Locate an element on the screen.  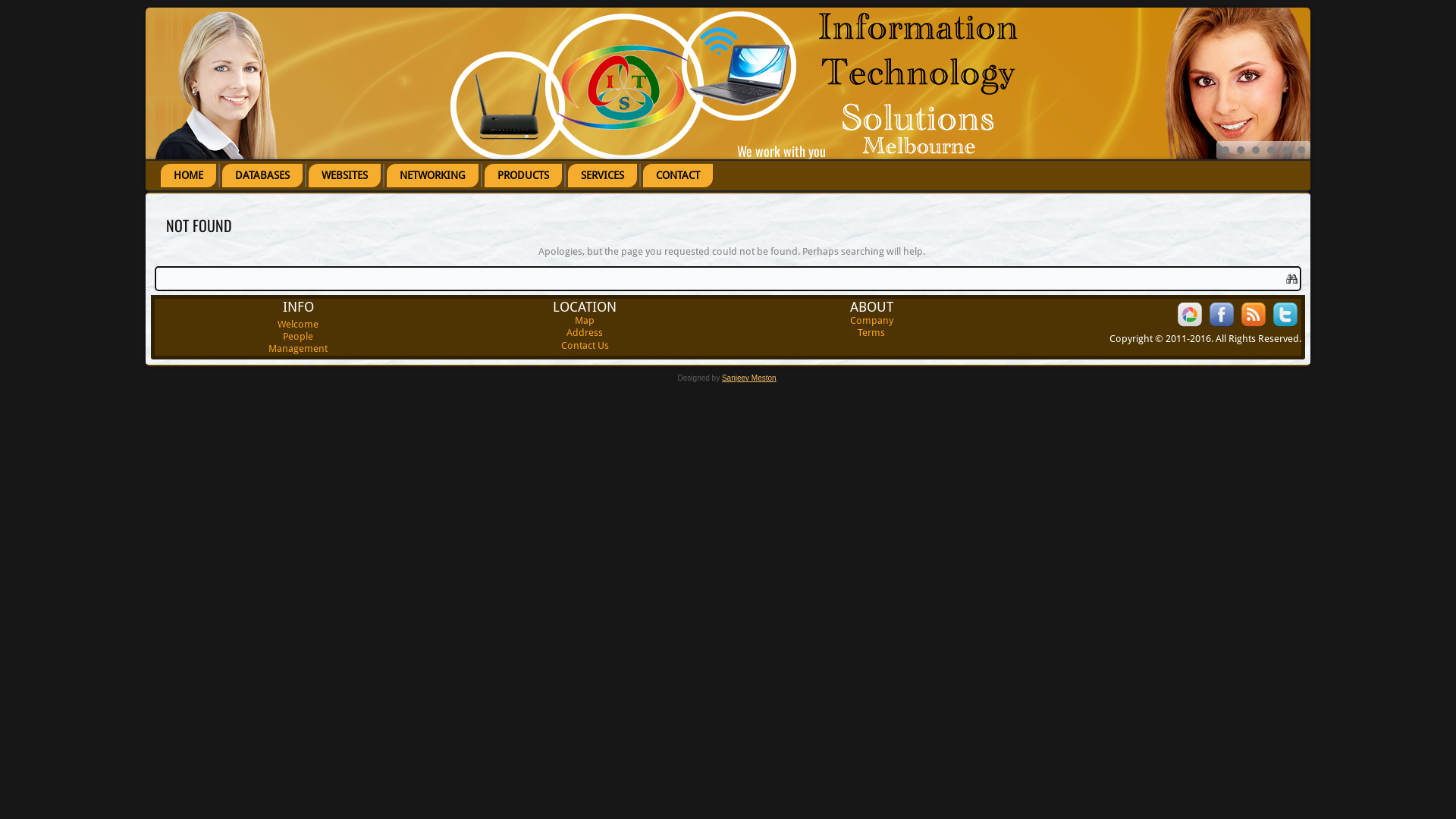
'Management' is located at coordinates (298, 348).